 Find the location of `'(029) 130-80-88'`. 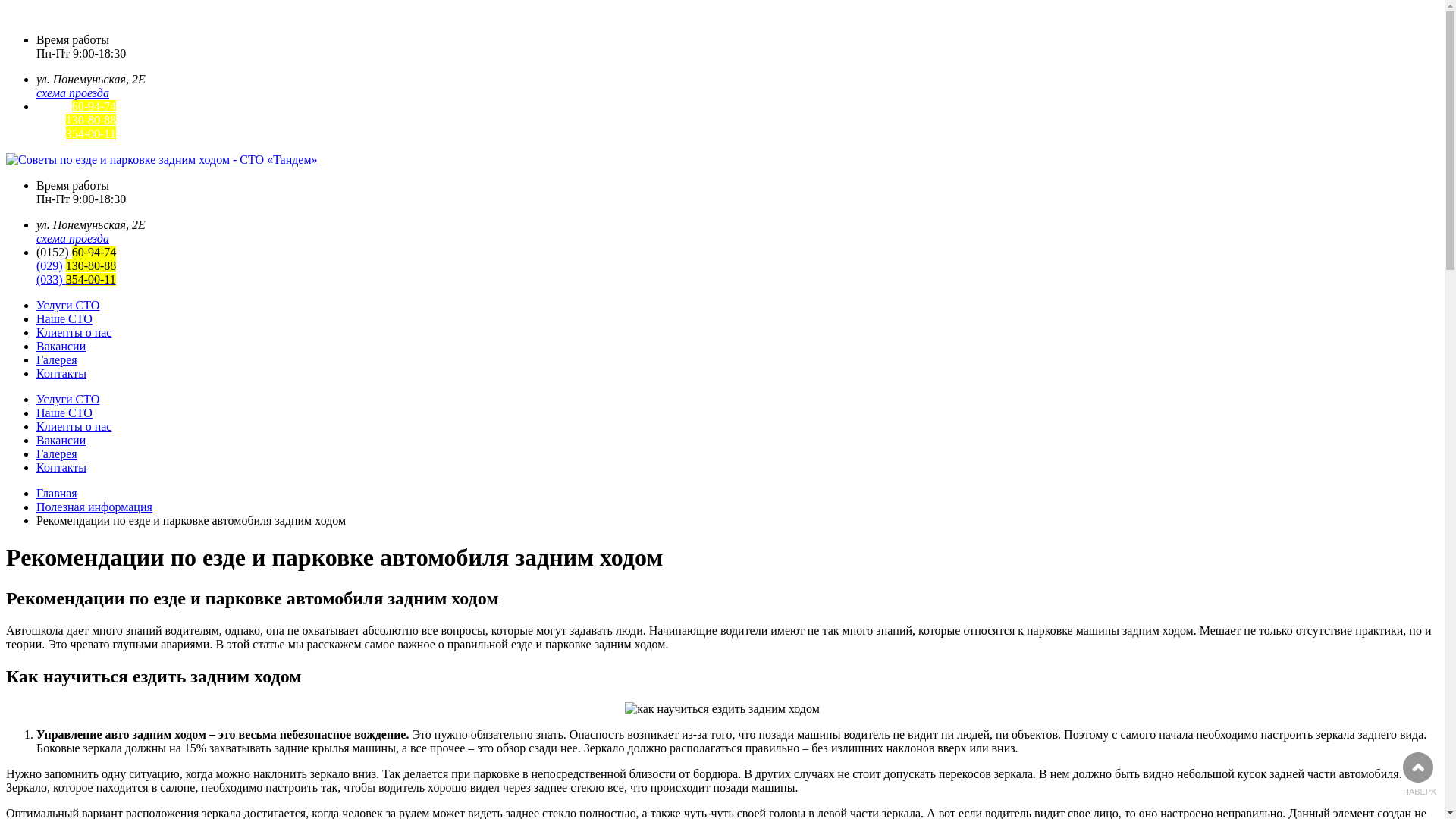

'(029) 130-80-88' is located at coordinates (75, 265).